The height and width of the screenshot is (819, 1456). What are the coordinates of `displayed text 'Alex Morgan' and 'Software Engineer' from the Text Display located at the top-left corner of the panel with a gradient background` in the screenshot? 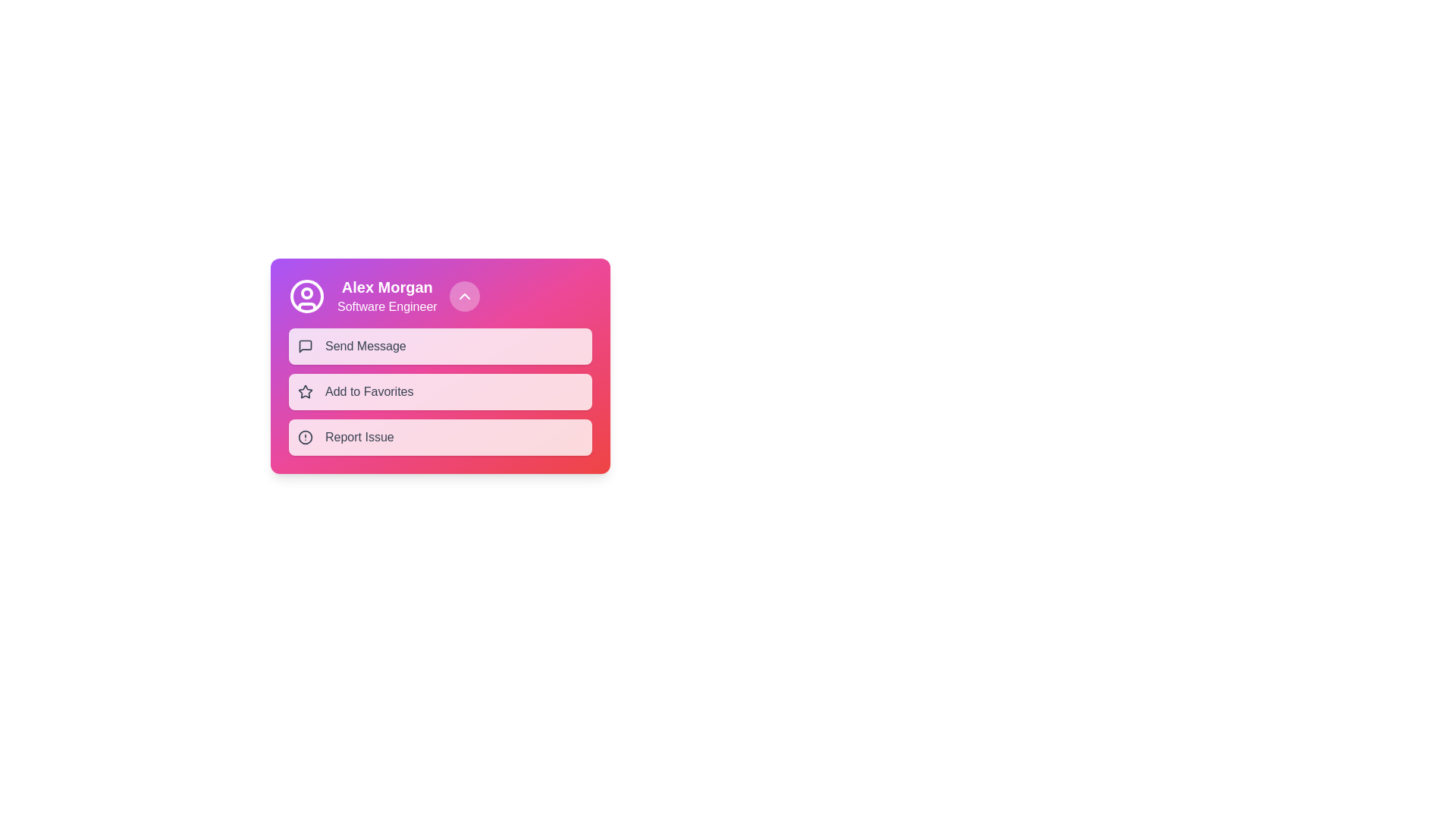 It's located at (387, 296).